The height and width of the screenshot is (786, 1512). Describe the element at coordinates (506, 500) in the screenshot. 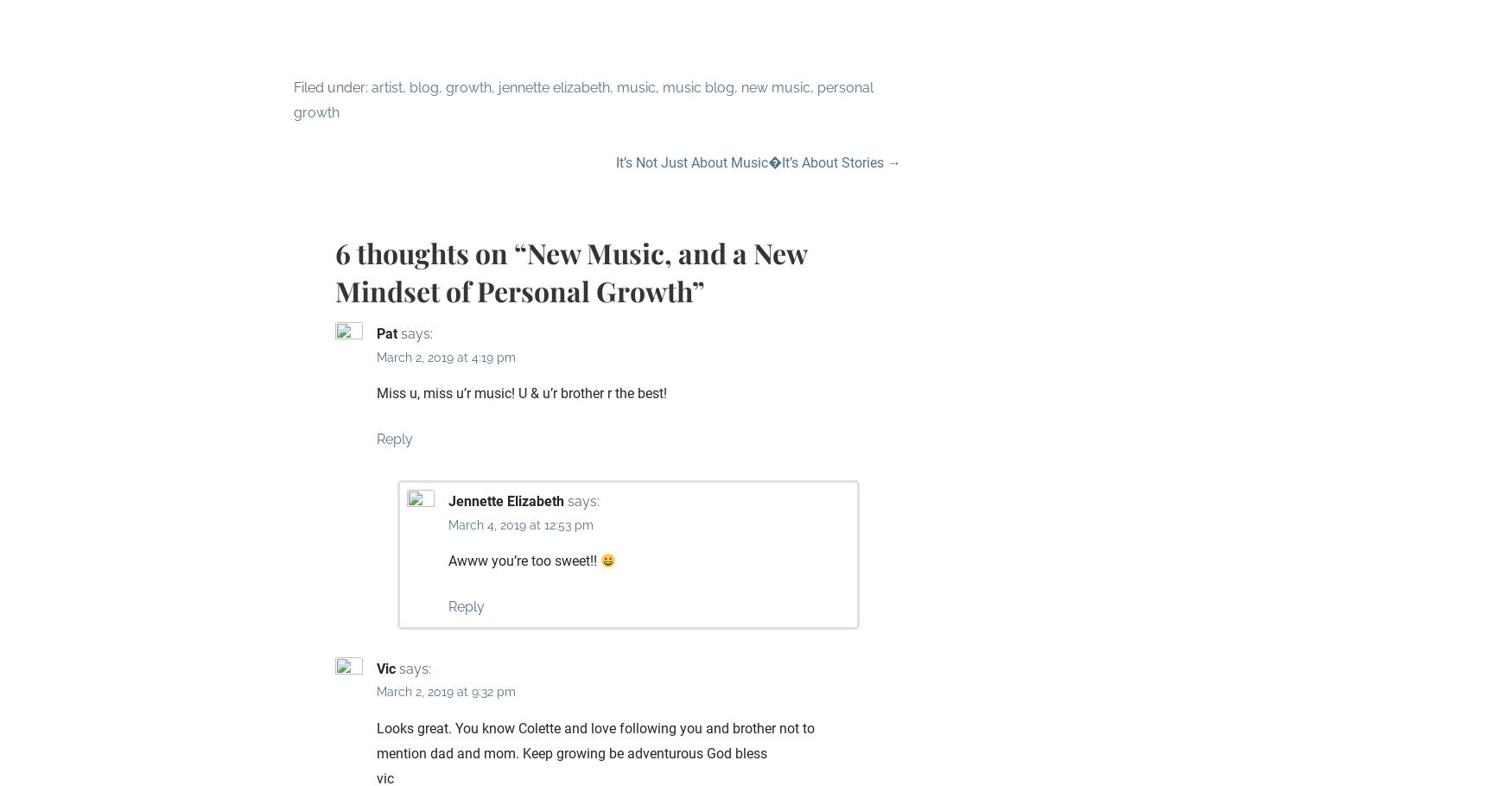

I see `'Jennette Elizabeth'` at that location.